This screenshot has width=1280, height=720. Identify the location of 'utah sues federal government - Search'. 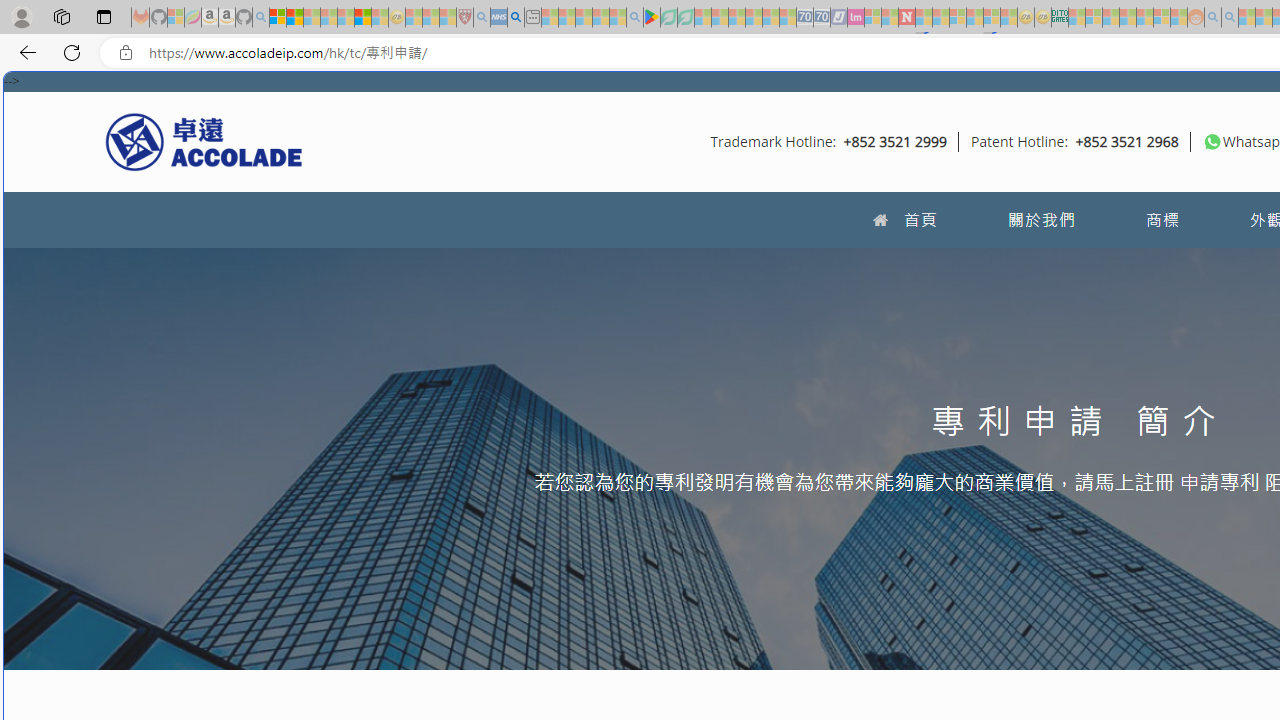
(515, 17).